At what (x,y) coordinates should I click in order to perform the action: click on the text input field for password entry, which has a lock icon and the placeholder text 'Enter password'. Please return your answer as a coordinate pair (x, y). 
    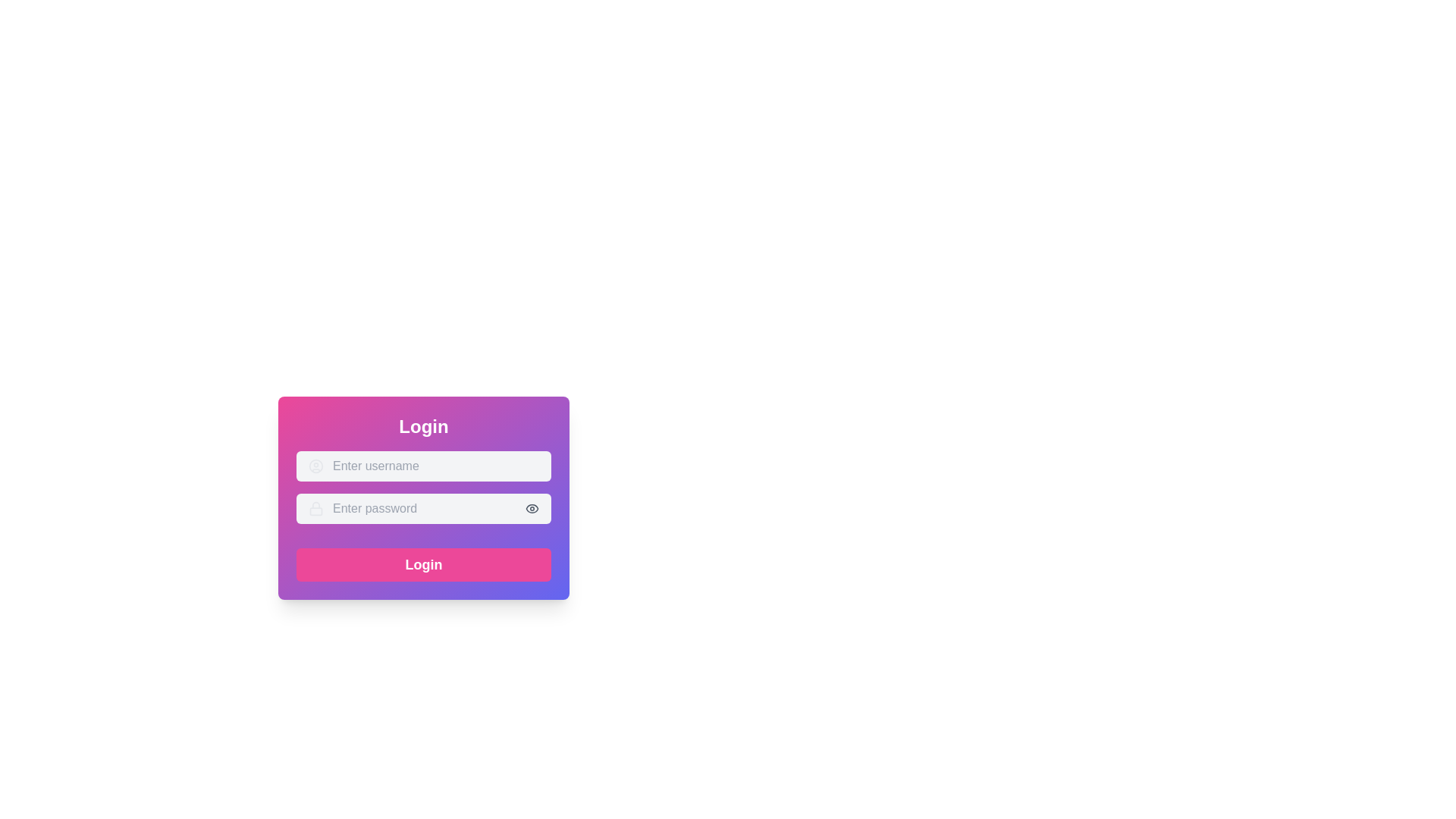
    Looking at the image, I should click on (423, 497).